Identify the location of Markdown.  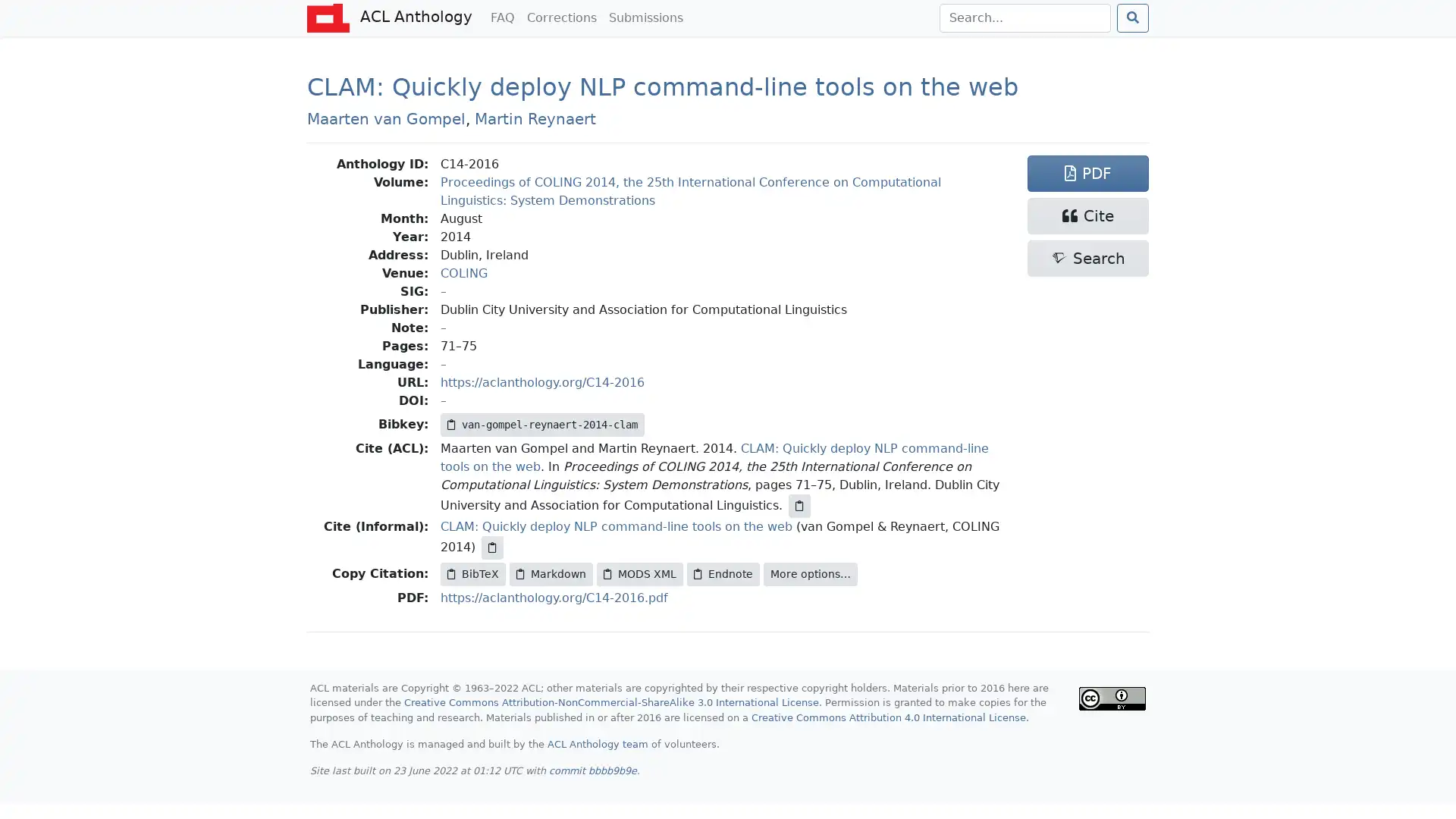
(550, 574).